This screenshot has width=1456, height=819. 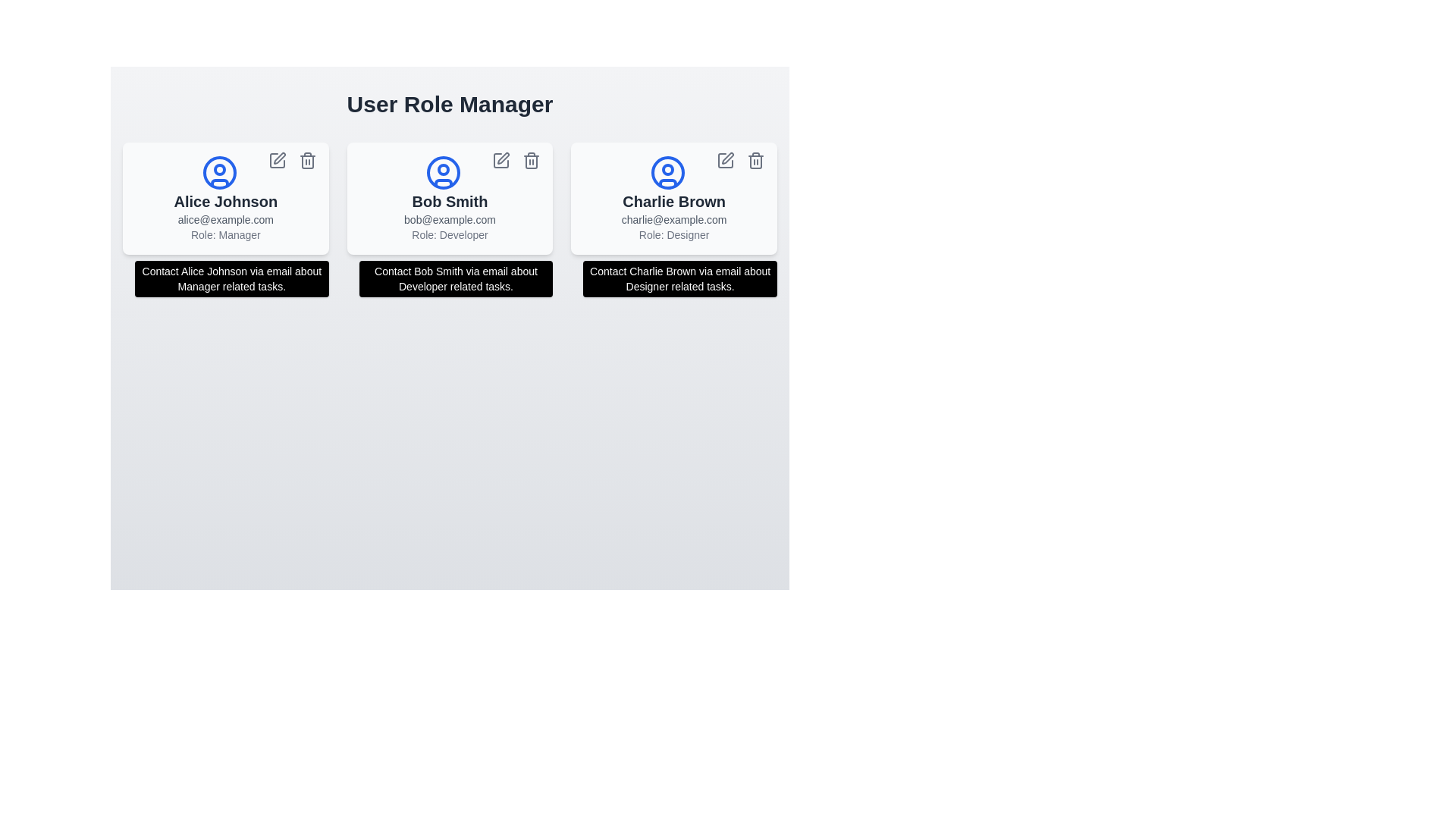 What do you see at coordinates (224, 219) in the screenshot?
I see `the Text Label displaying the email address for the user 'Alice Johnson', which is located beneath the name and above the role in the user role management interface` at bounding box center [224, 219].